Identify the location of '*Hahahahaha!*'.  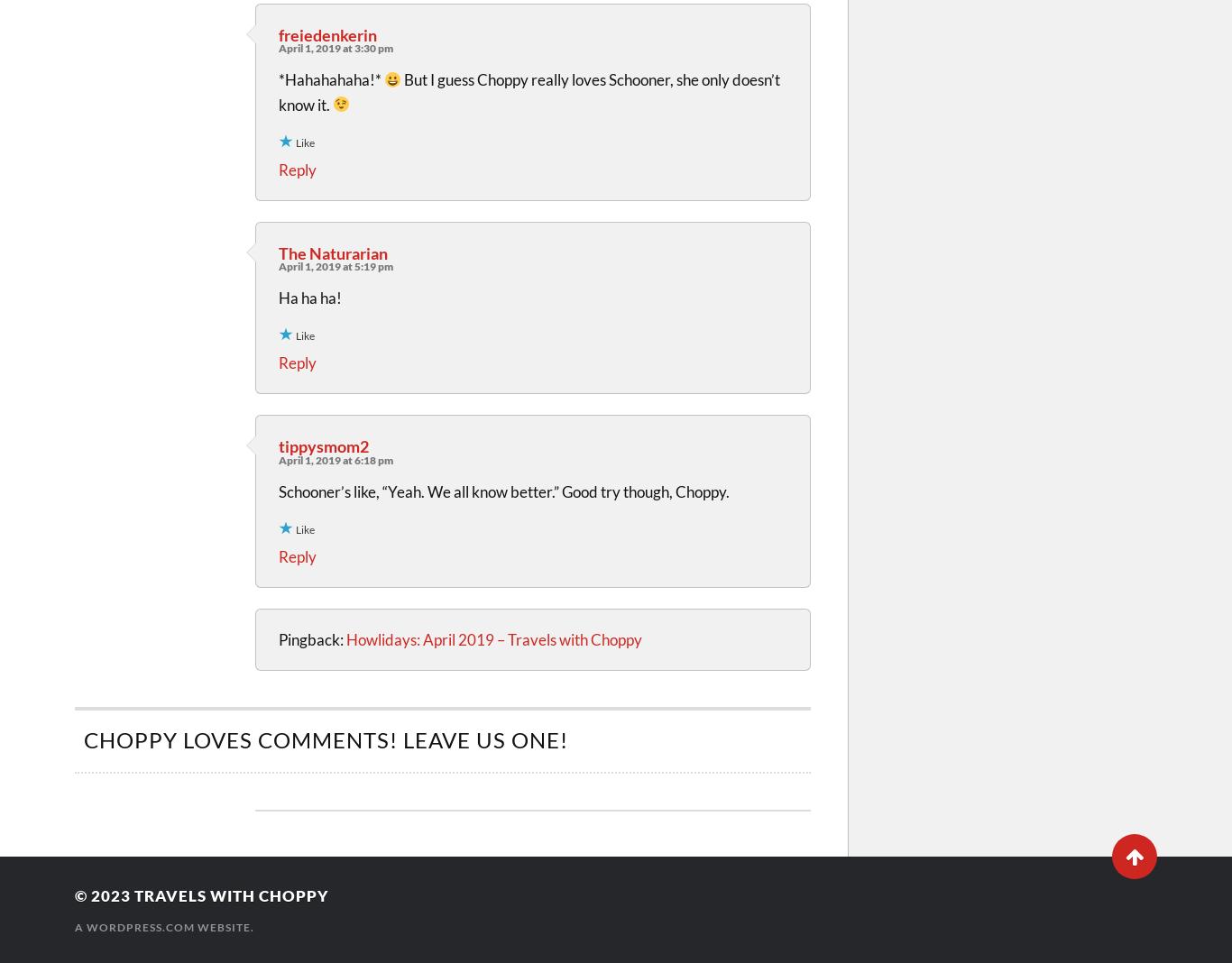
(330, 78).